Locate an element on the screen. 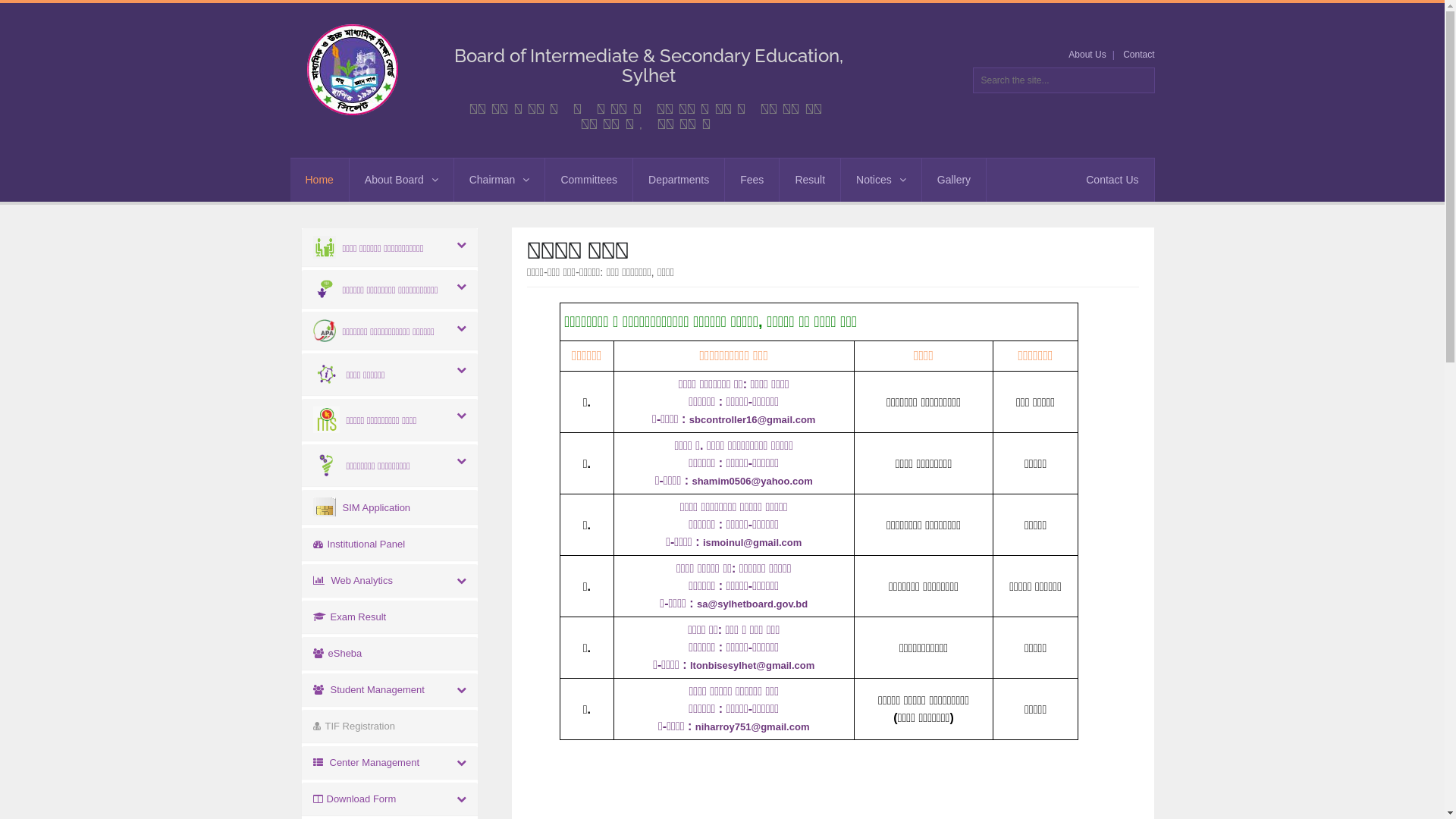 This screenshot has height=819, width=1456. 'Search the site...' is located at coordinates (1062, 80).